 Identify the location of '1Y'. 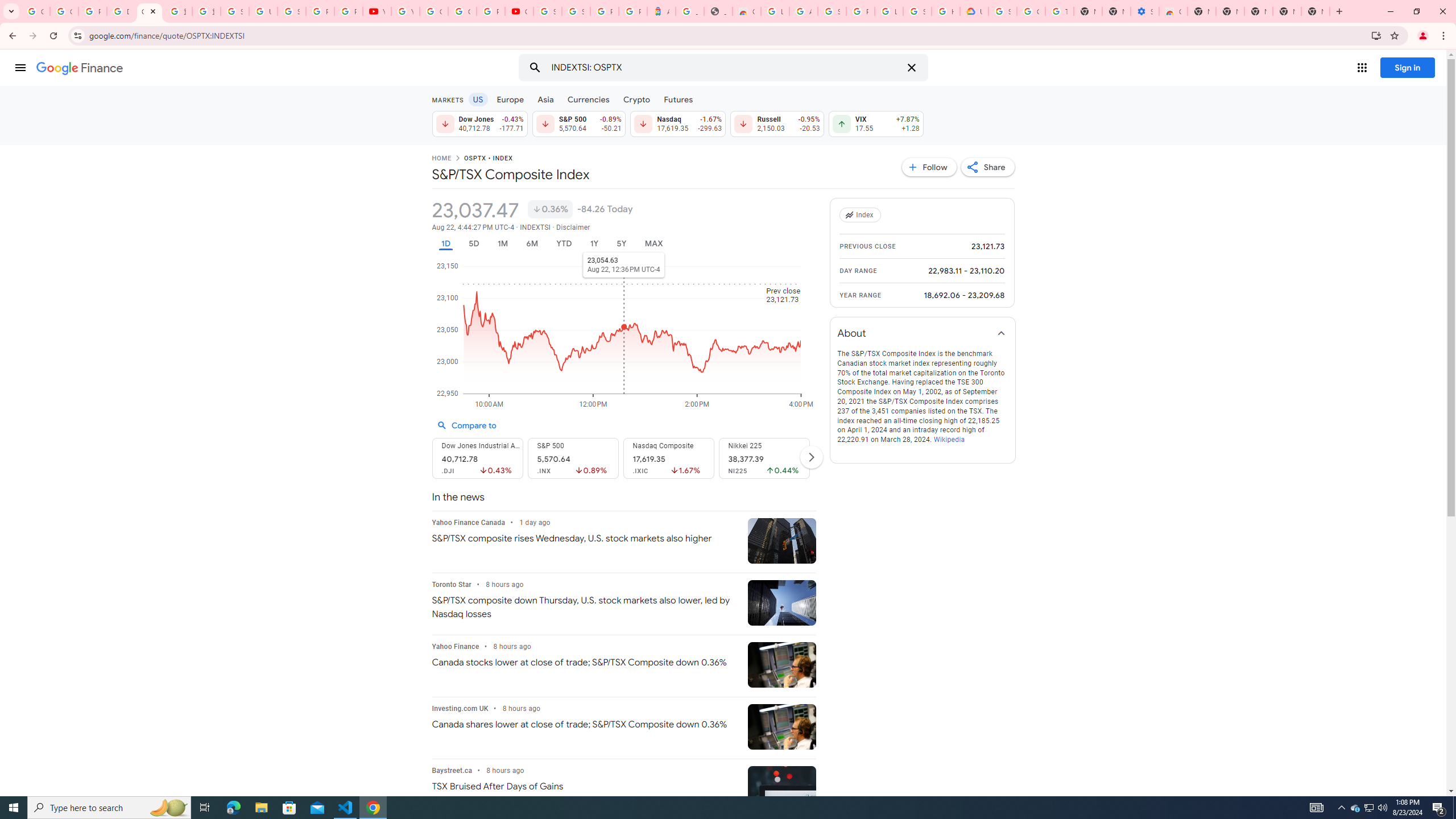
(594, 243).